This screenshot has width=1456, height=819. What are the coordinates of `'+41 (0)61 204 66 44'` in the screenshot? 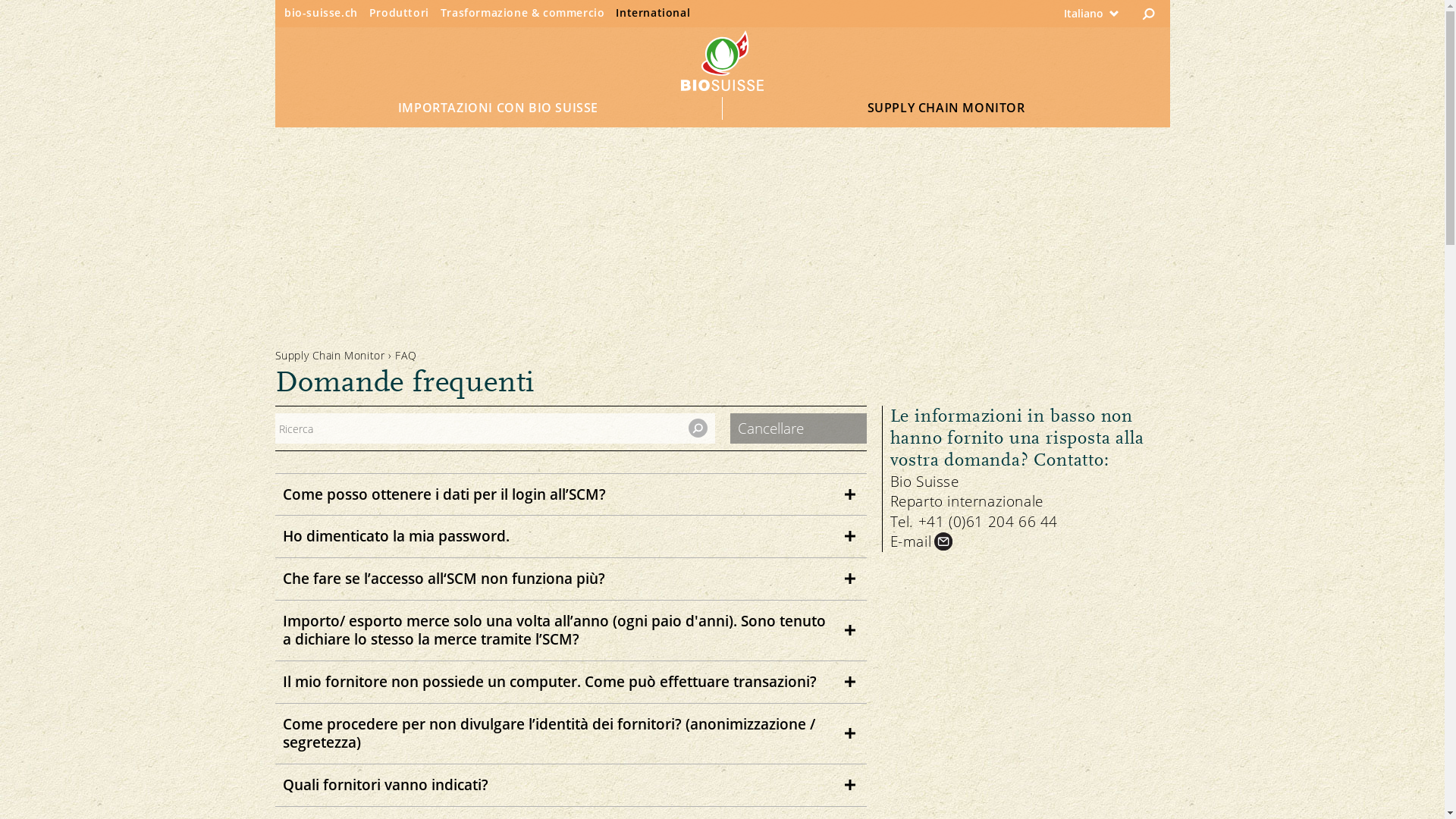 It's located at (990, 521).